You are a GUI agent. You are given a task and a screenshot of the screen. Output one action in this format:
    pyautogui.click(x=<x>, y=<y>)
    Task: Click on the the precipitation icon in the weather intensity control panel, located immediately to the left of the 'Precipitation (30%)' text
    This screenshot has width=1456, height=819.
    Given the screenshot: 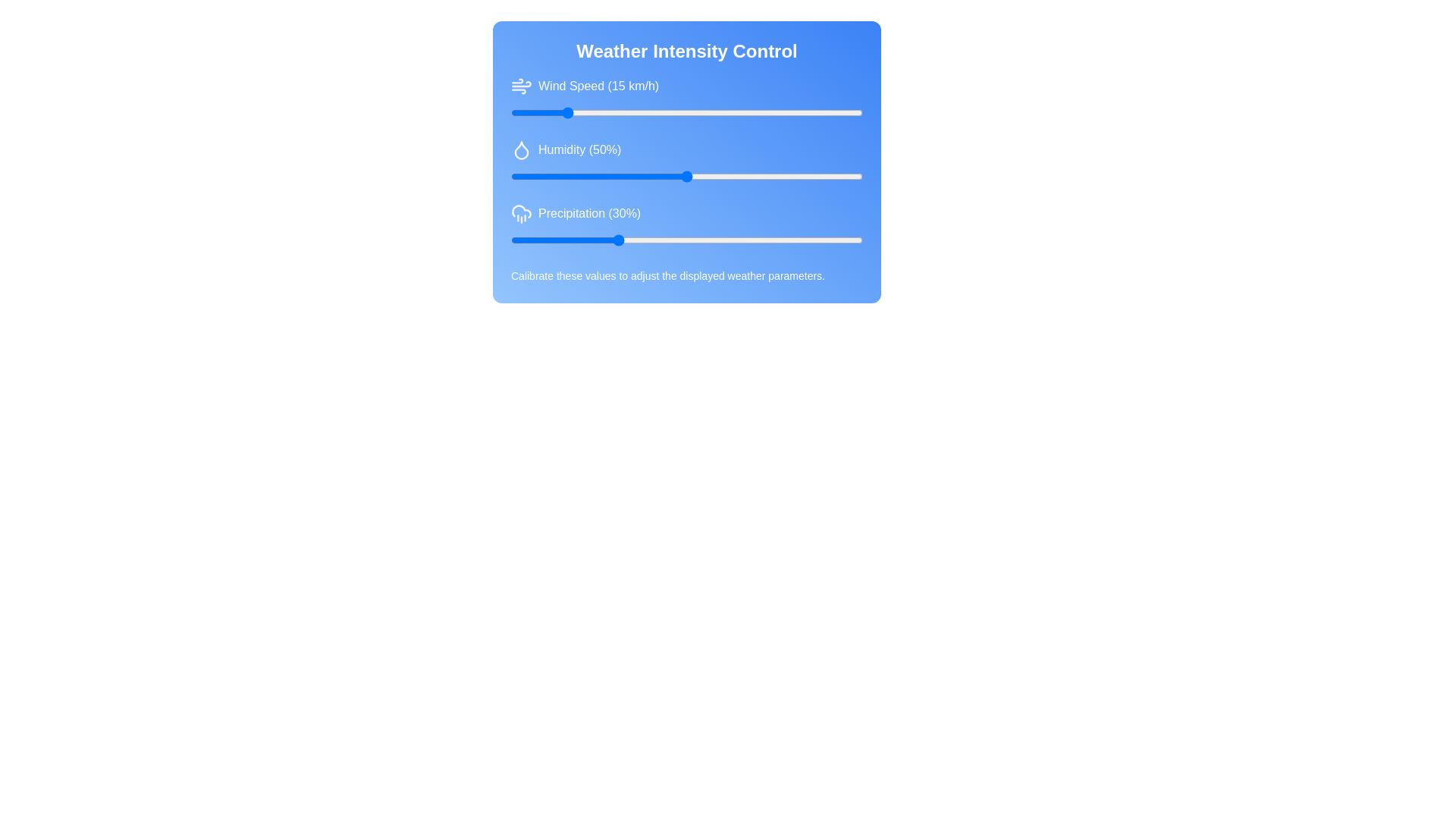 What is the action you would take?
    pyautogui.click(x=521, y=213)
    